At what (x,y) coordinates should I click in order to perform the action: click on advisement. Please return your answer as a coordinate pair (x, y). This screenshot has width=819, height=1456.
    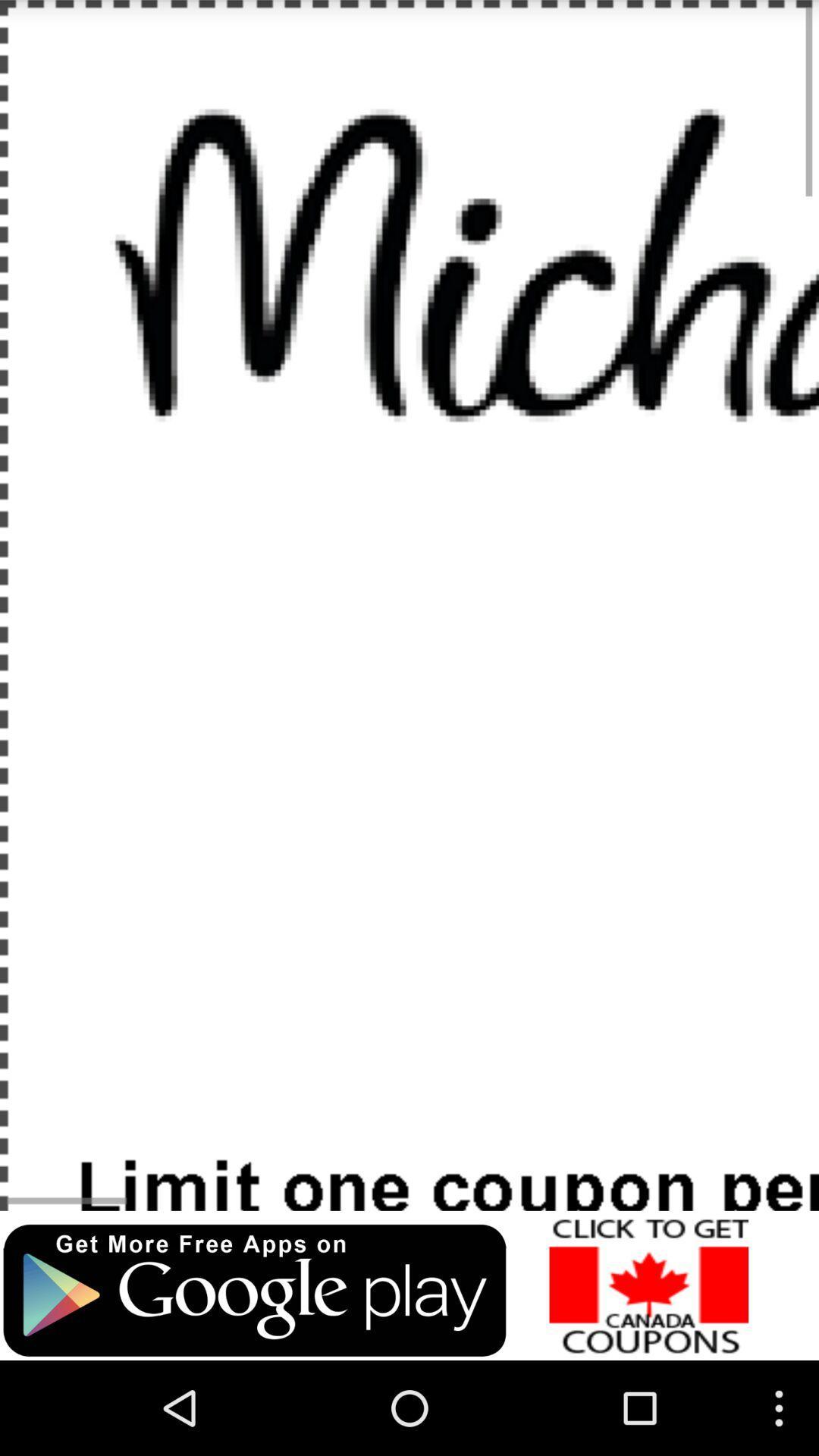
    Looking at the image, I should click on (253, 1290).